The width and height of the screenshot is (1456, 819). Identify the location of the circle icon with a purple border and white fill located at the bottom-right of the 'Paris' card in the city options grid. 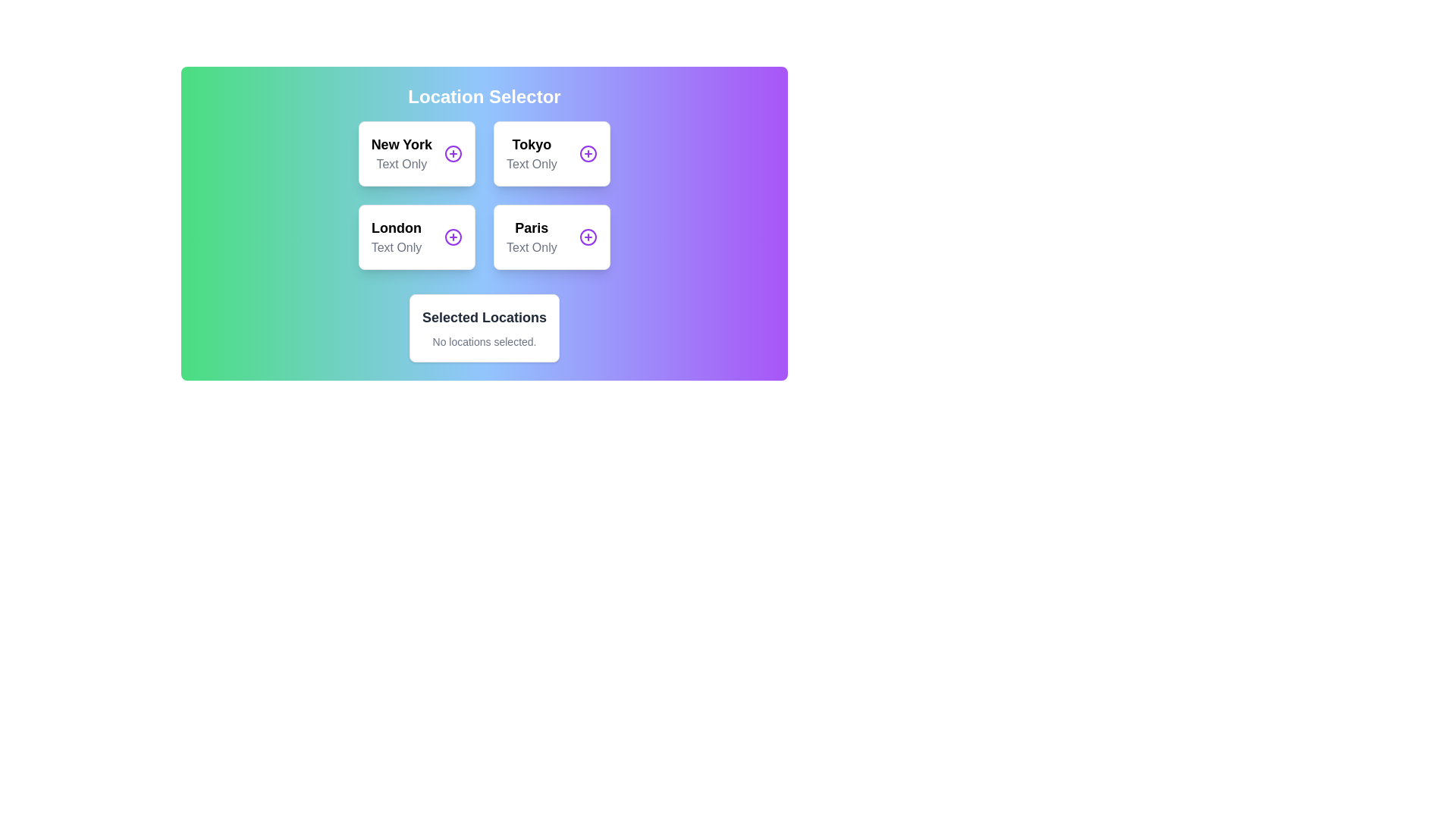
(588, 237).